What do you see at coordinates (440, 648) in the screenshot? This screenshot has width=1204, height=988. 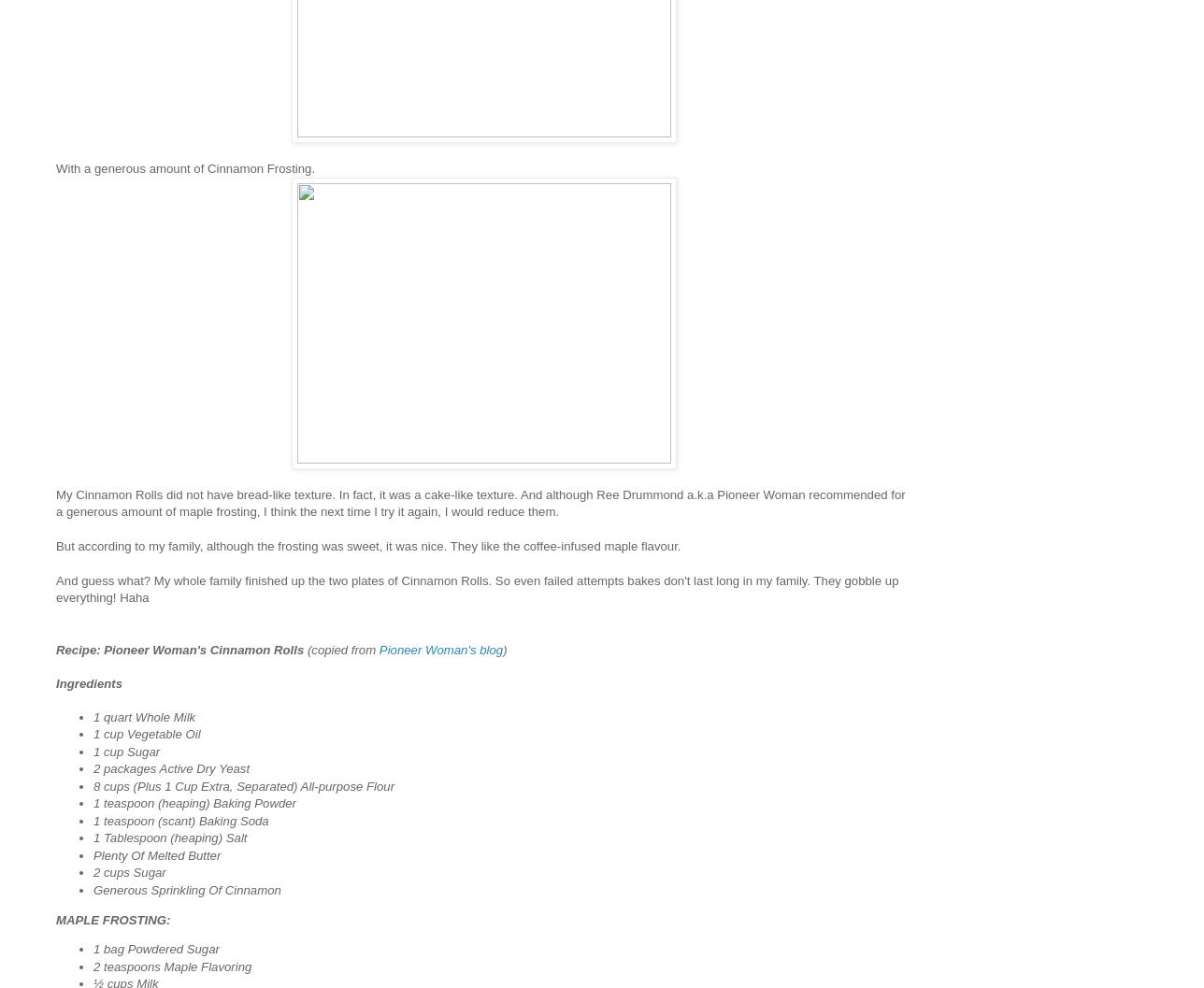 I see `'Pioneer Woman's blog'` at bounding box center [440, 648].